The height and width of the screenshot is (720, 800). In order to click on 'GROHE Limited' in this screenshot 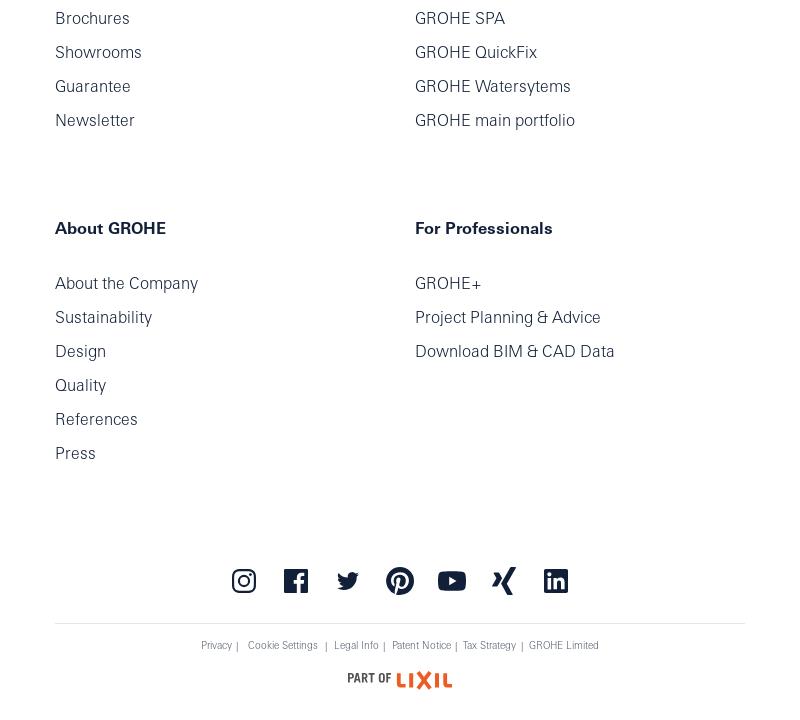, I will do `click(528, 644)`.